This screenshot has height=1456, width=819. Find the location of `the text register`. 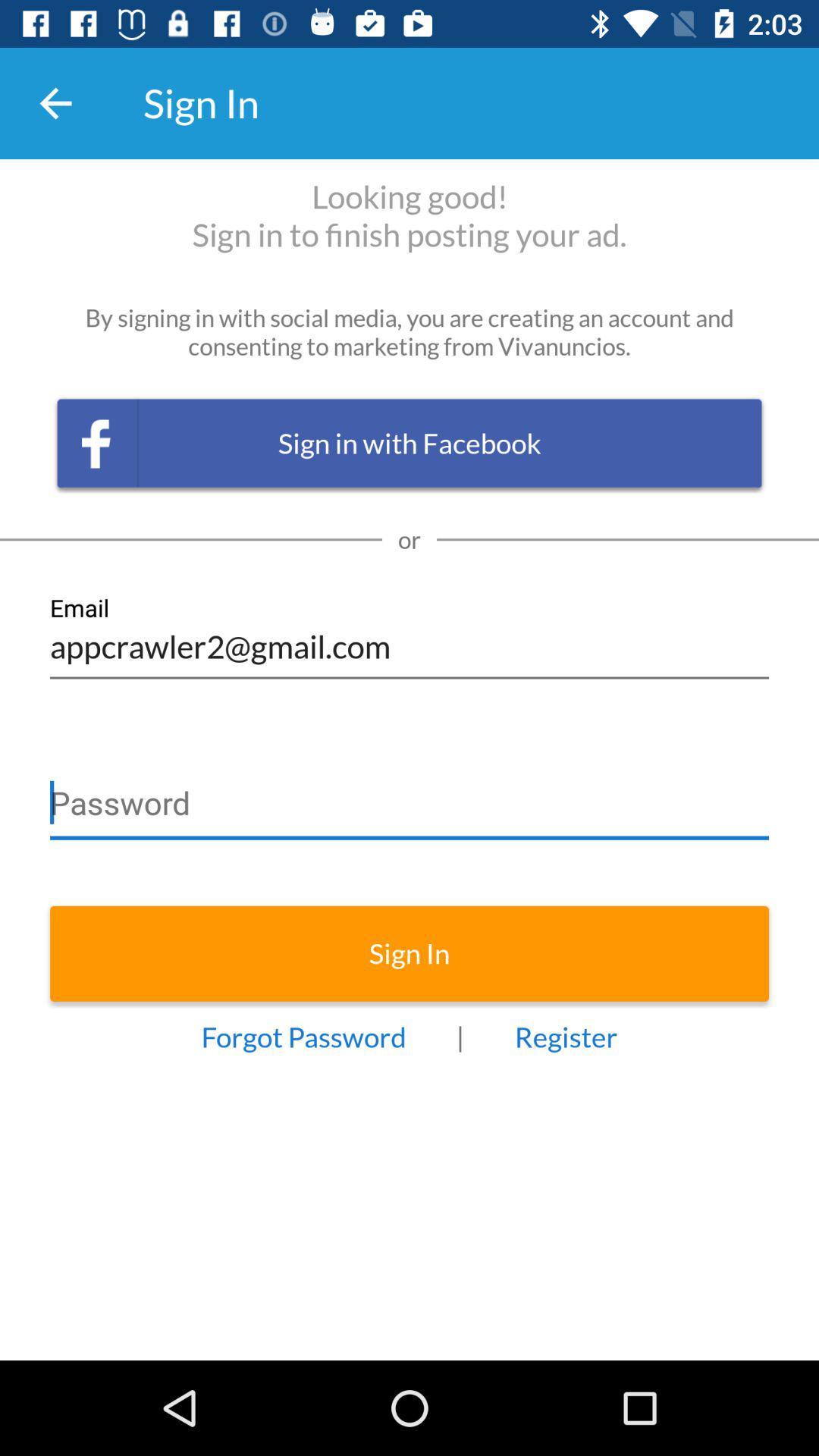

the text register is located at coordinates (566, 1036).